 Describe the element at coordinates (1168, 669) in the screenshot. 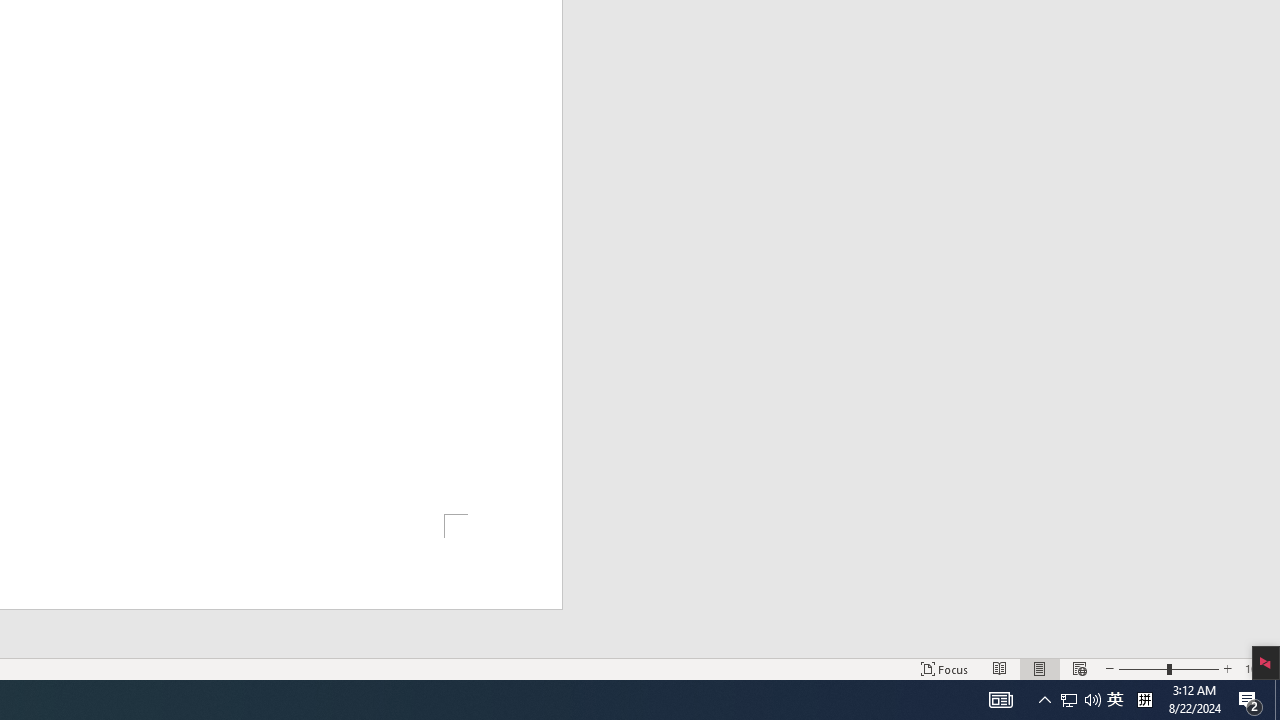

I see `'Zoom'` at that location.